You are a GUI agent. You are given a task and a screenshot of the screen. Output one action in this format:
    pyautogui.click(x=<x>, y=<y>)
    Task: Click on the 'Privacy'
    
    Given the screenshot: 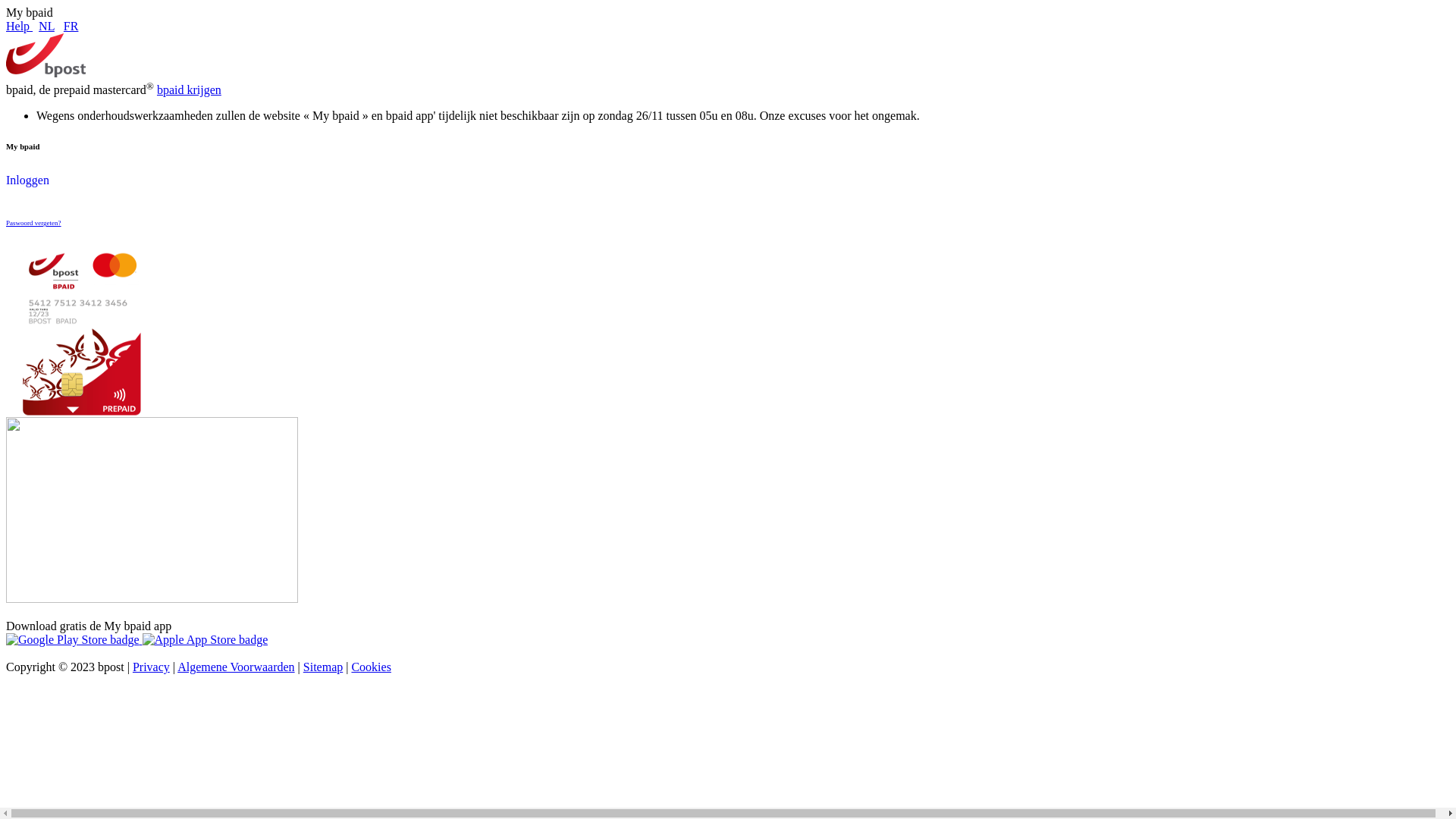 What is the action you would take?
    pyautogui.click(x=151, y=666)
    